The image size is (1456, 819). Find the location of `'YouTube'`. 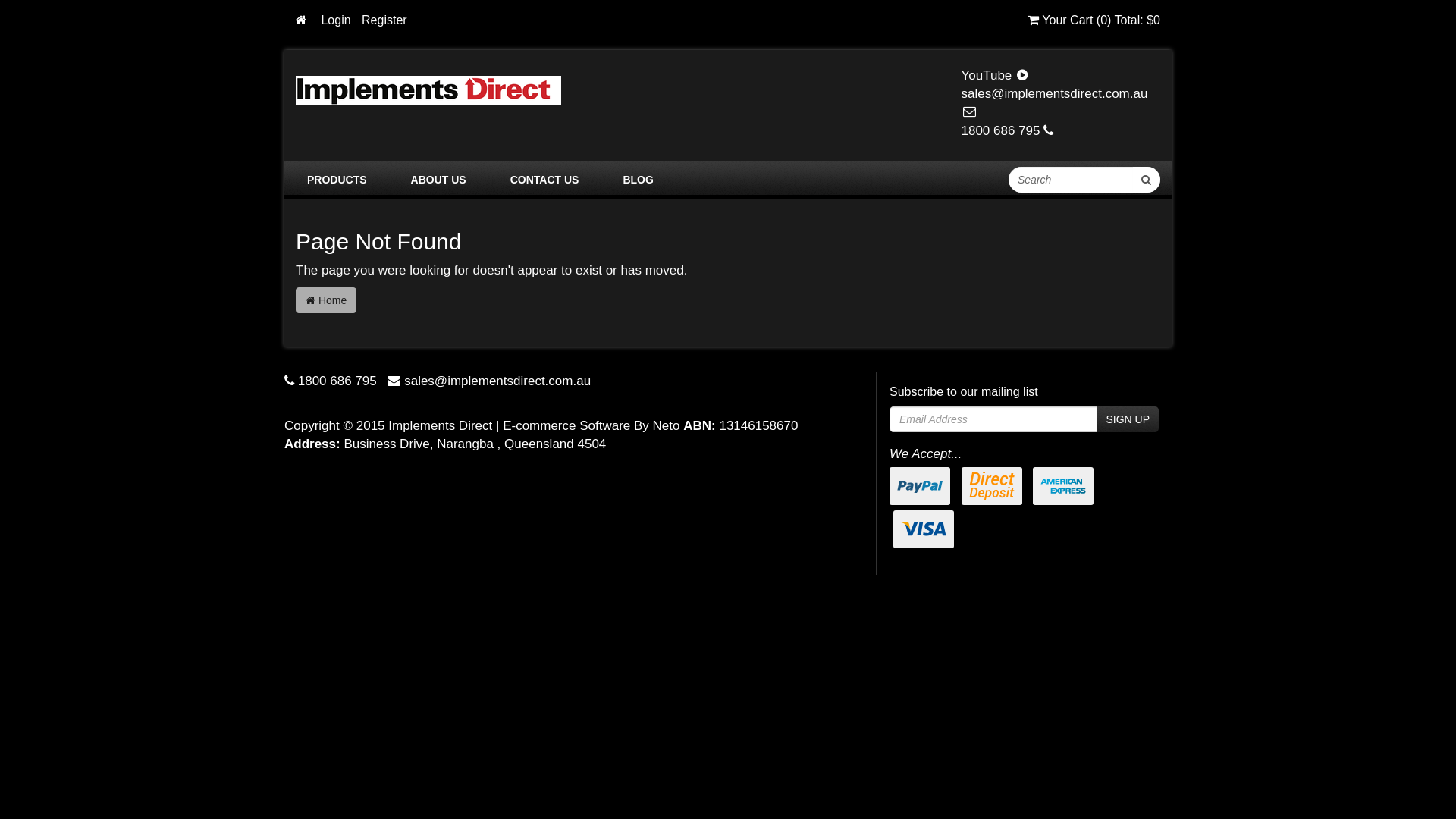

'YouTube' is located at coordinates (995, 75).